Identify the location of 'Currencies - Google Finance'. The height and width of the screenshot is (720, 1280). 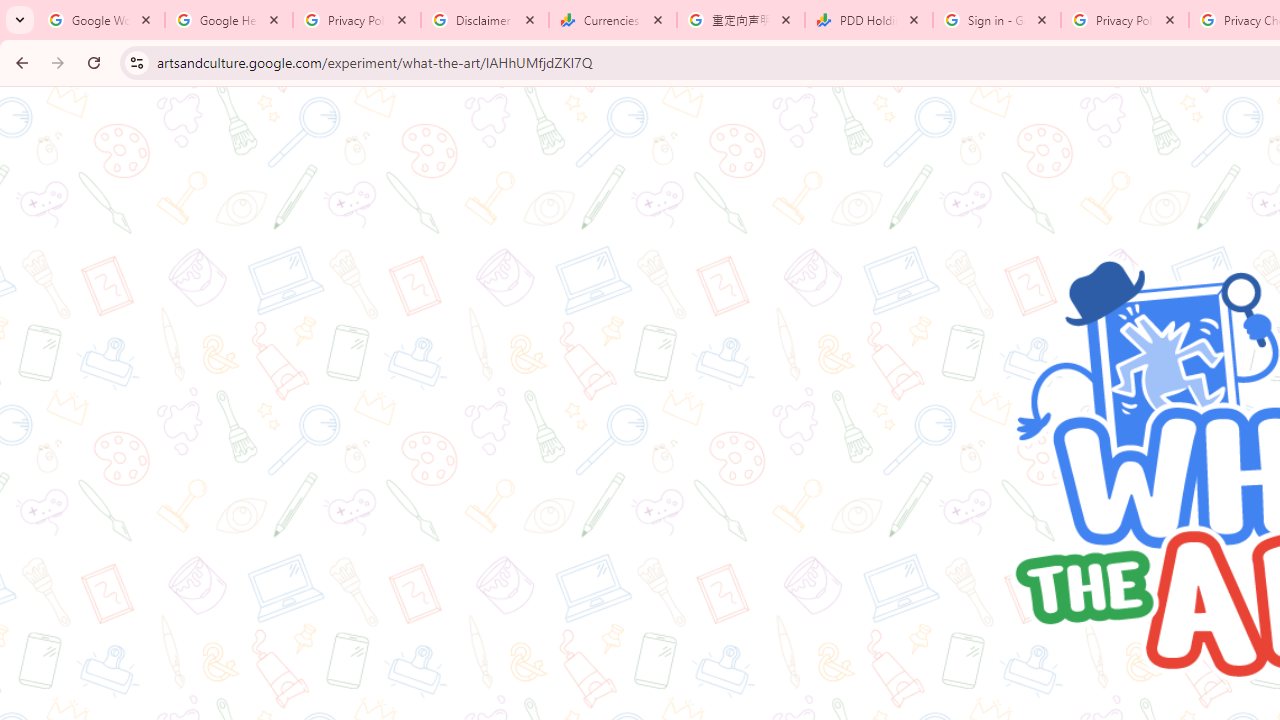
(612, 20).